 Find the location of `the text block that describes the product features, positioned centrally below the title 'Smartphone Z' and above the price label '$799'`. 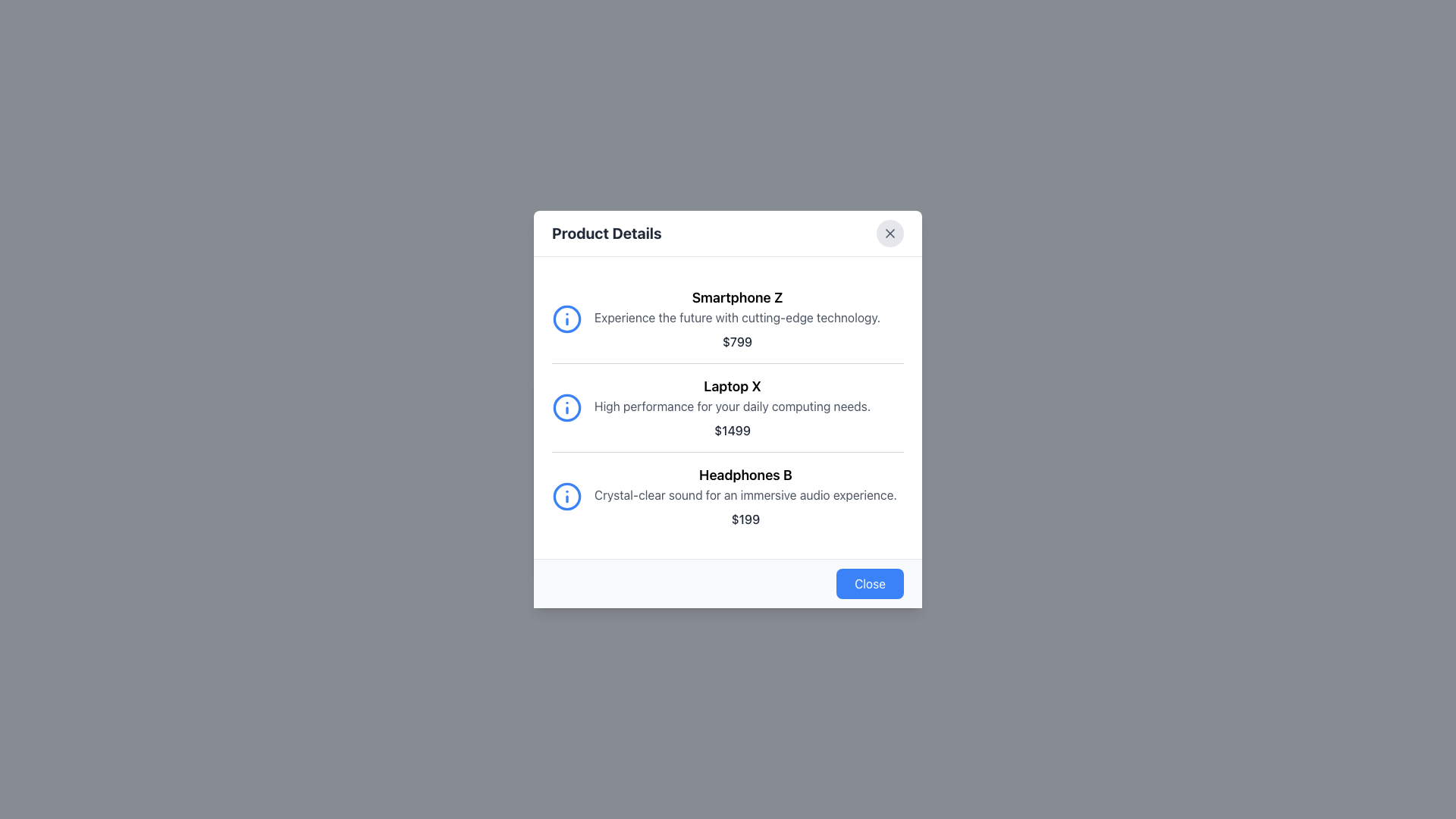

the text block that describes the product features, positioned centrally below the title 'Smartphone Z' and above the price label '$799' is located at coordinates (737, 317).